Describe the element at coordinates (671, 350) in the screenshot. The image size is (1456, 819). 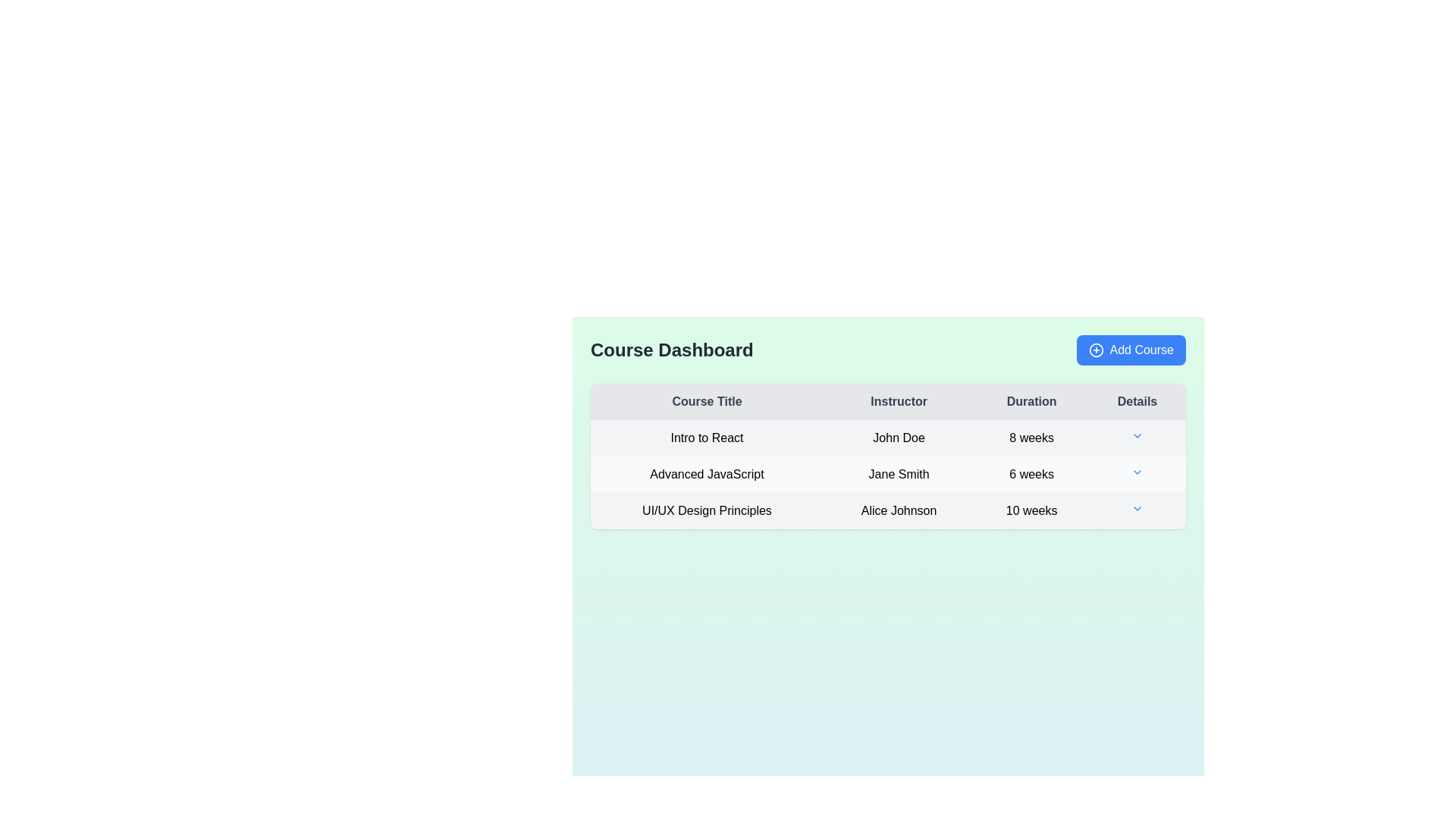
I see `text label displaying 'Course Dashboard' in bold and large font, styled with a dark gray color against a light green background, located in the header section of the interface` at that location.